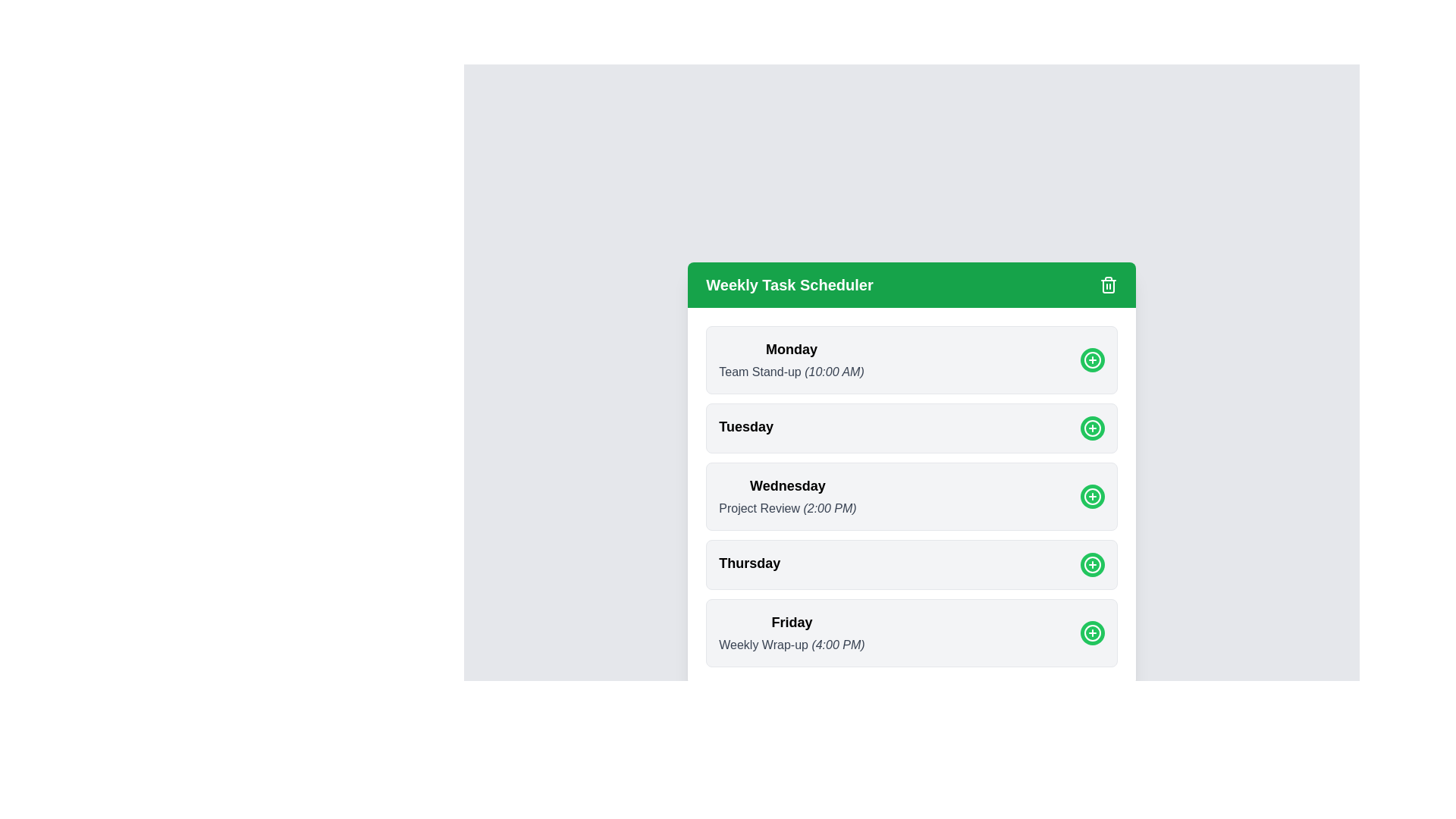 The height and width of the screenshot is (819, 1456). Describe the element at coordinates (1108, 284) in the screenshot. I see `the trash icon in the header to close the Weekly Task Scheduler dialog` at that location.